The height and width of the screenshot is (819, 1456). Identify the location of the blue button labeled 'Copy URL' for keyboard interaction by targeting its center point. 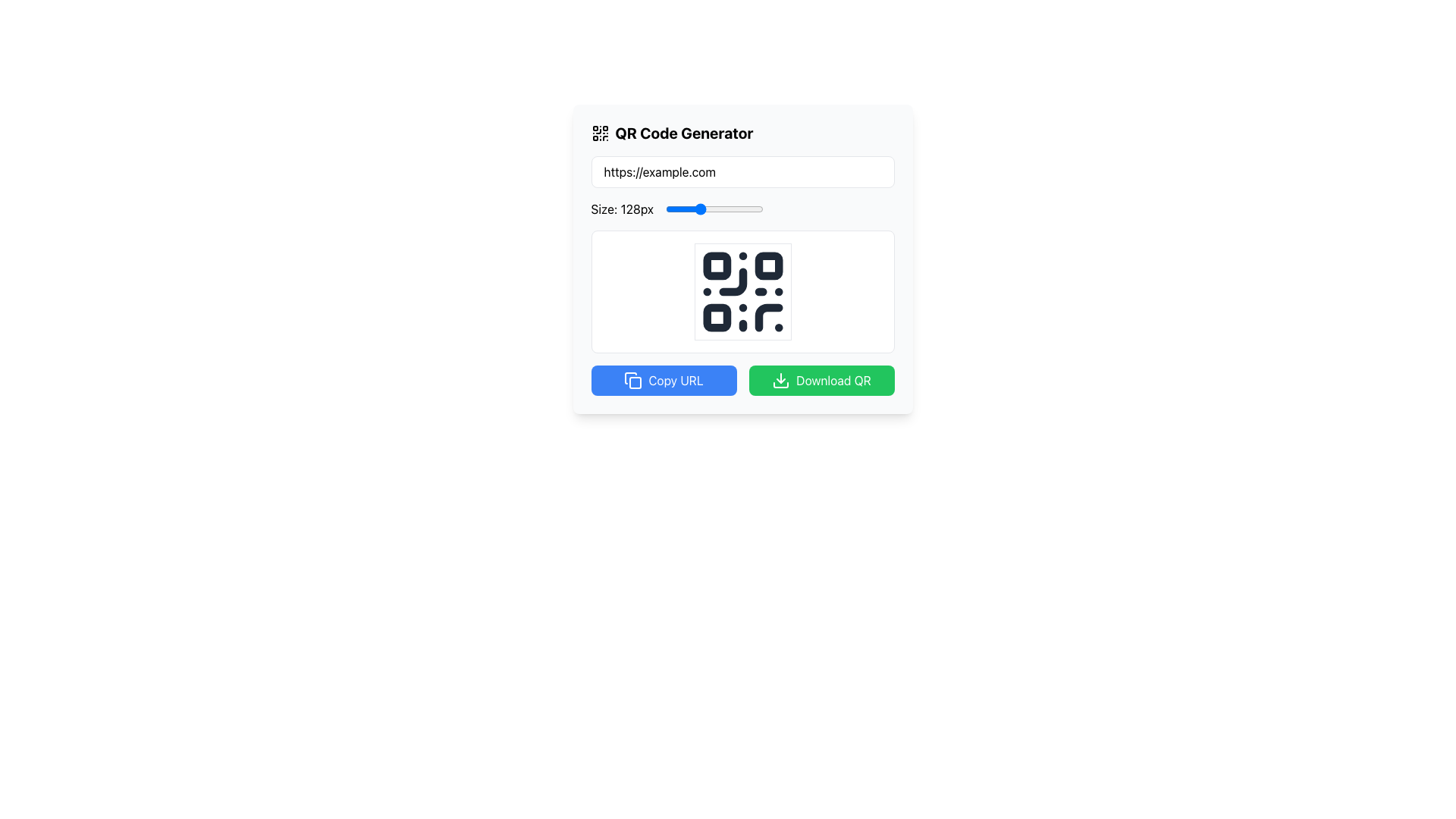
(664, 379).